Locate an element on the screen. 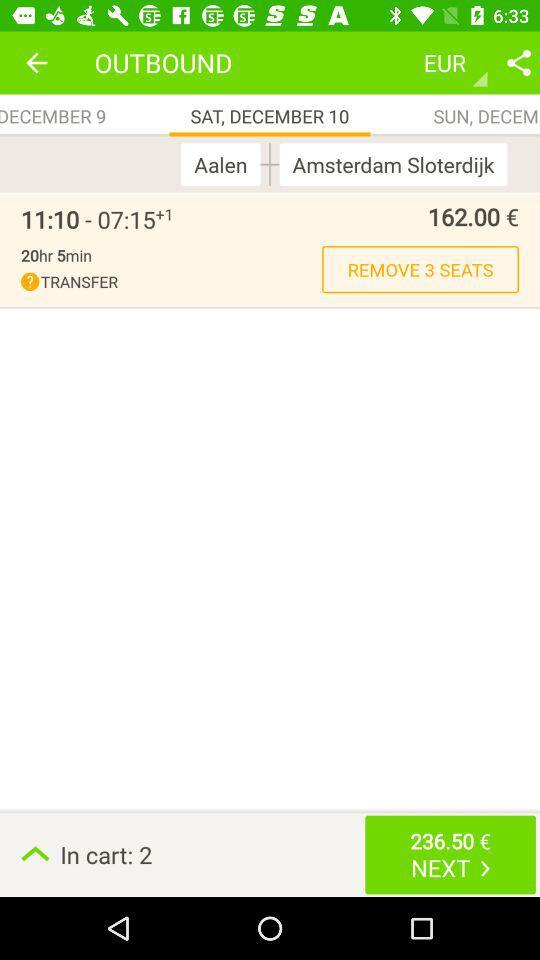 This screenshot has width=540, height=960. icon above the transfer item is located at coordinates (56, 254).